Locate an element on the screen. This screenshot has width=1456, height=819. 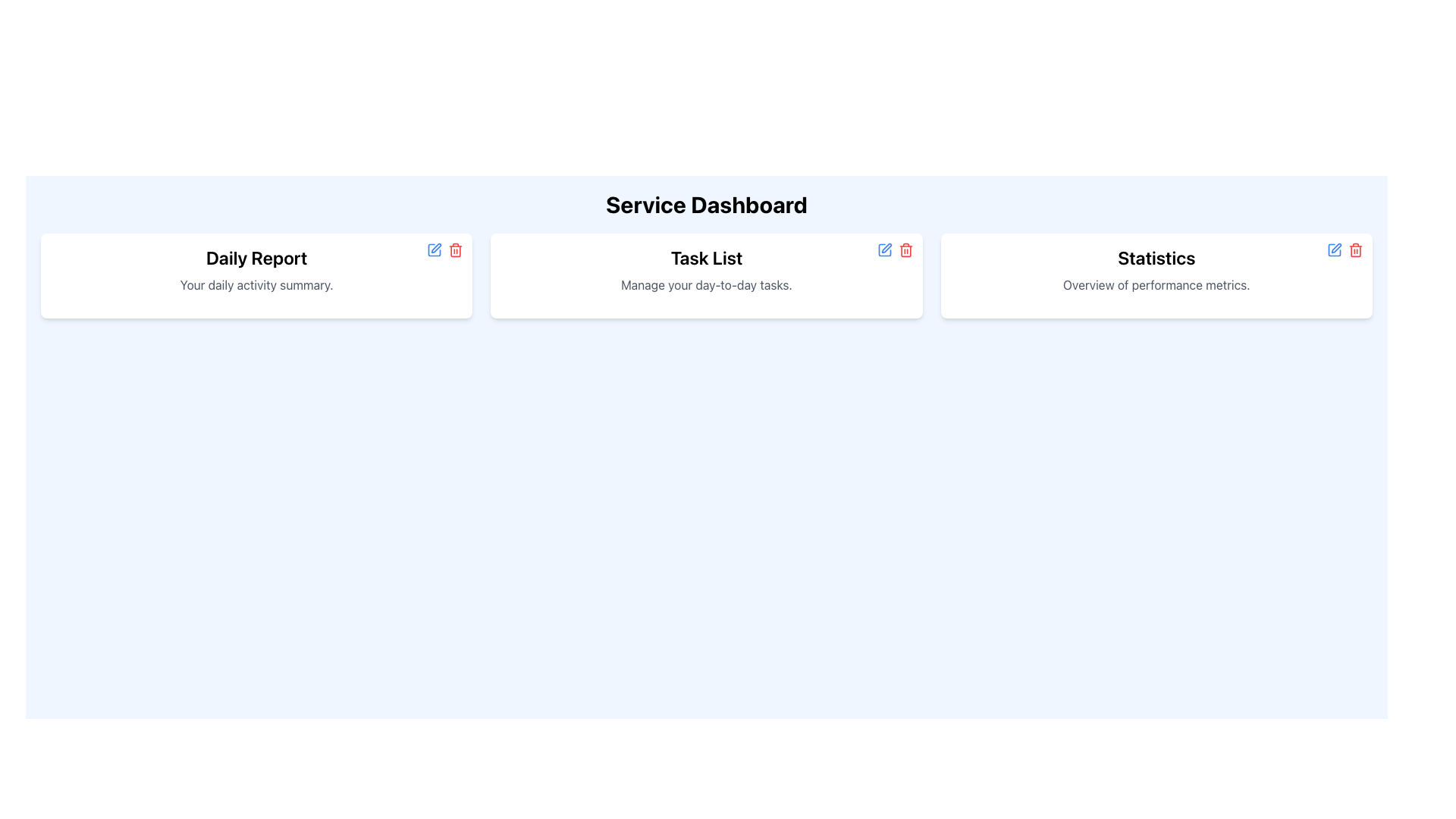
the descriptive Text Label below the 'Daily Report' heading in the leftmost card is located at coordinates (256, 284).